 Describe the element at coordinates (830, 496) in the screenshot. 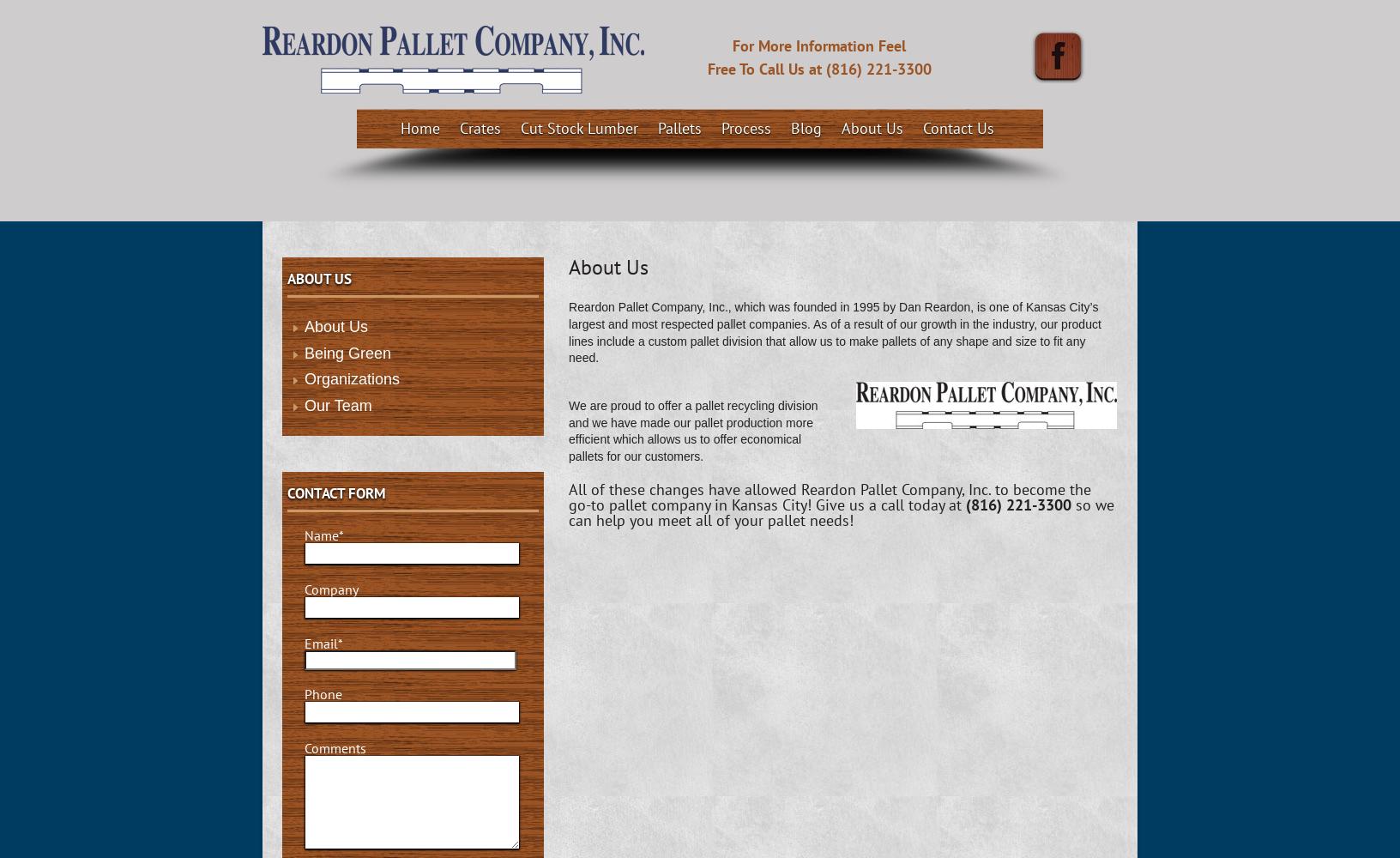

I see `'All of these changes have allowed Reardon Pallet Company, Inc. to become the go-to pallet company in Kansas City! Give us a call today at'` at that location.